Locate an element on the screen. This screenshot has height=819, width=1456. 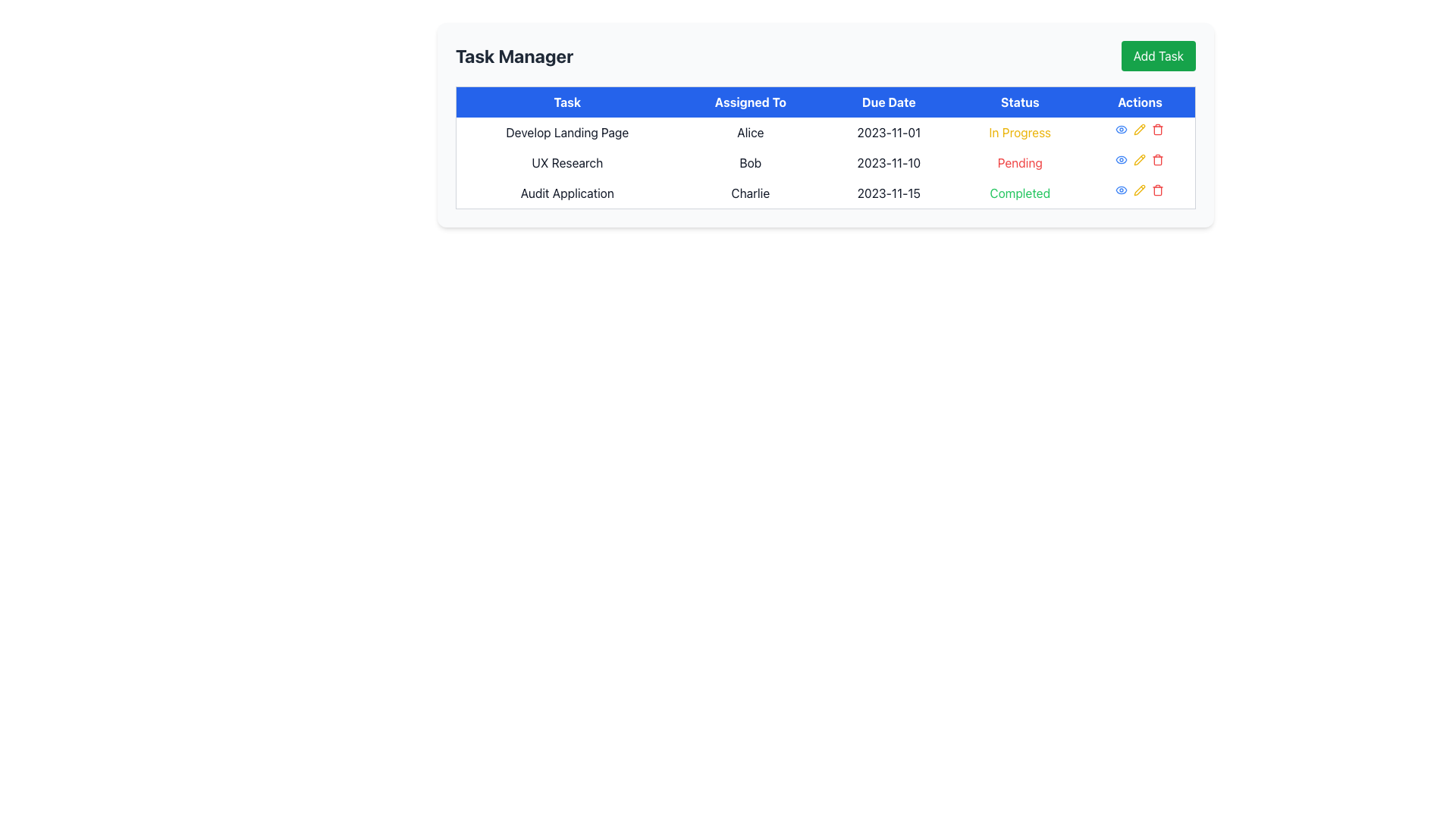
the date label displaying '2023-11-10' located in the 'Due Date' column of the task table, adjacent to 'Bob' in the 'Assigned To' column is located at coordinates (889, 163).